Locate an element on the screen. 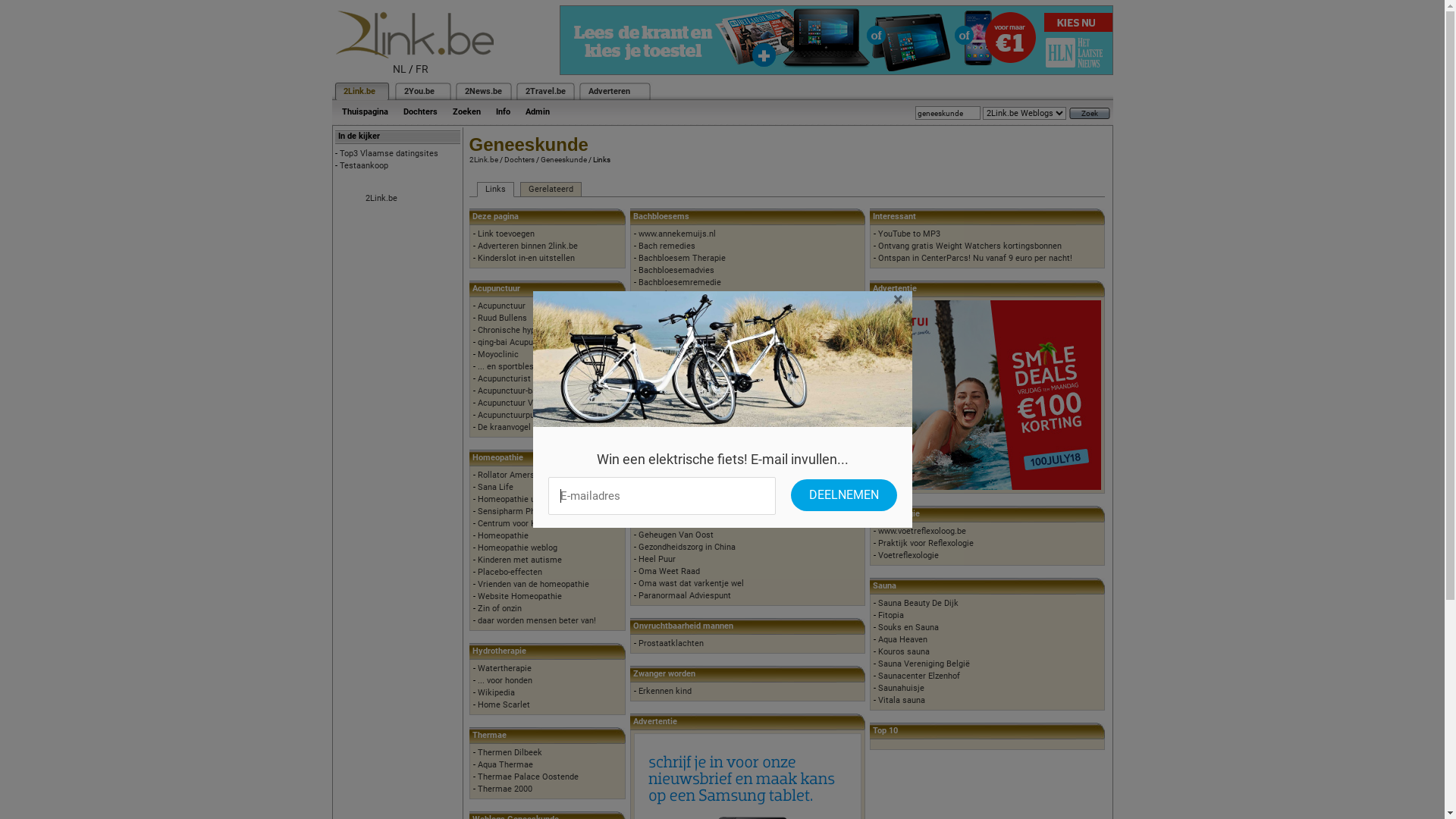 The width and height of the screenshot is (1456, 819). 'Info' is located at coordinates (503, 111).